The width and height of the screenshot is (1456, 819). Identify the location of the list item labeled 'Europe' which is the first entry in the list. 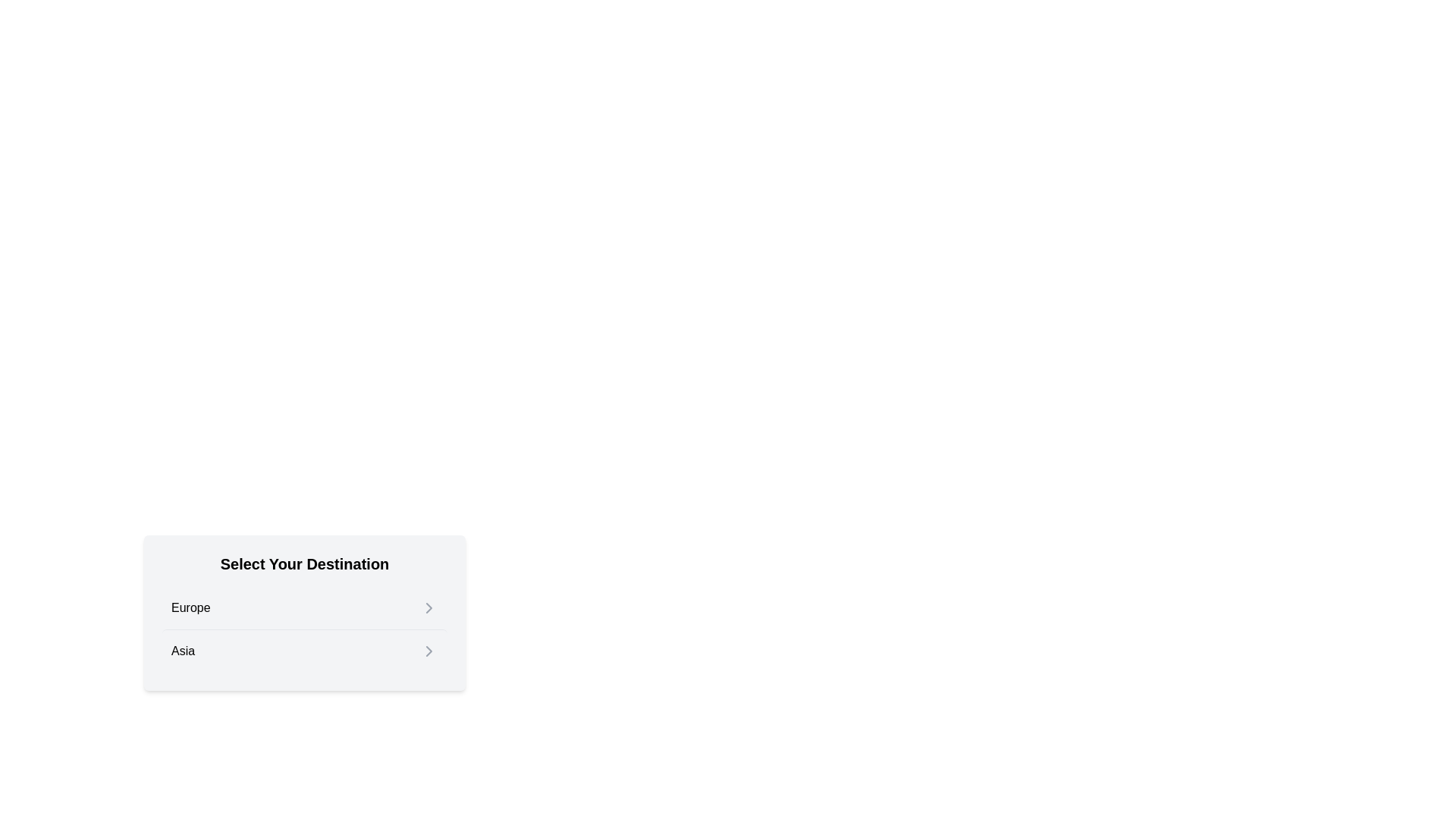
(304, 607).